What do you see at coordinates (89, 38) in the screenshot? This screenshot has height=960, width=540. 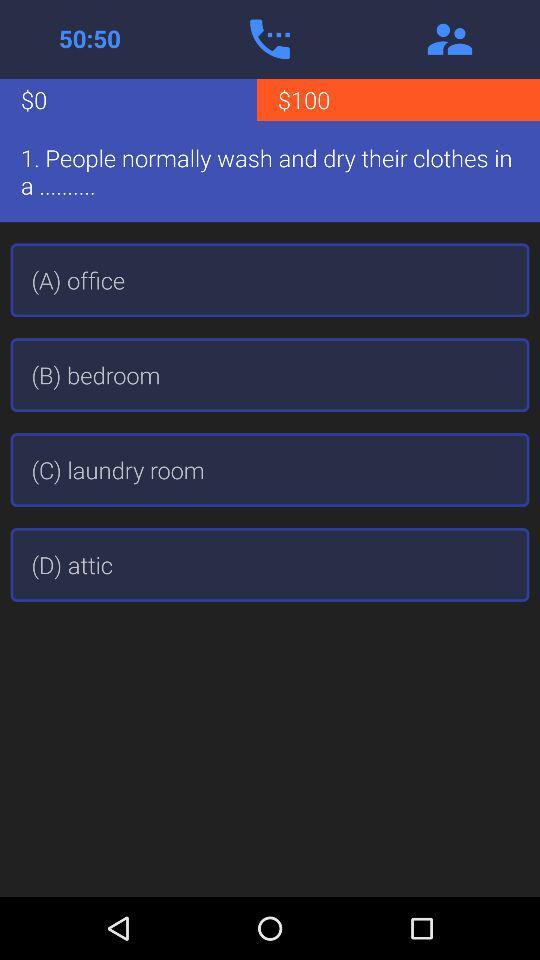 I see `scorekeeper option` at bounding box center [89, 38].